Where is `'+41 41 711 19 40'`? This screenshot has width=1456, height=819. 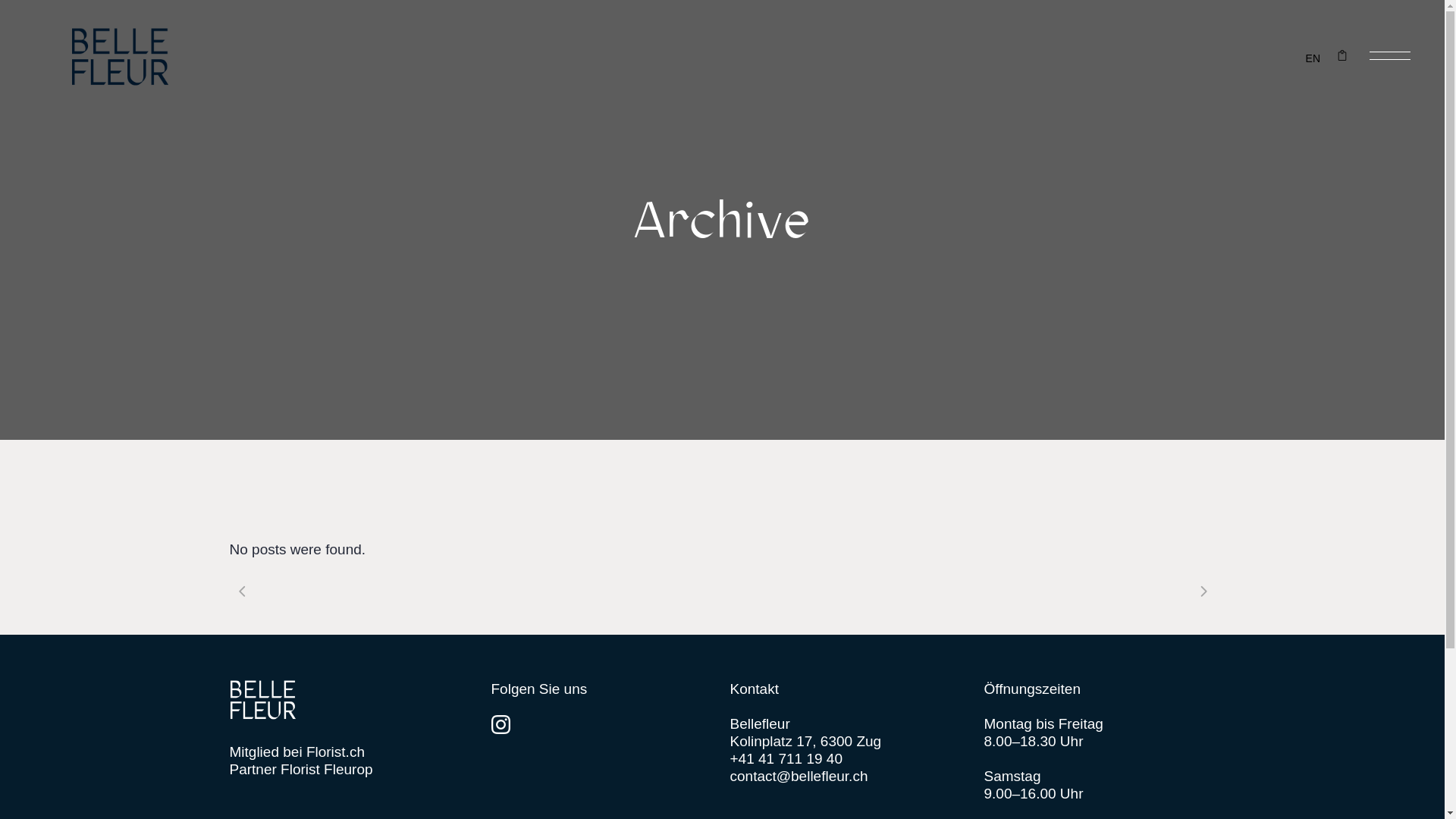
'+41 41 711 19 40' is located at coordinates (786, 758).